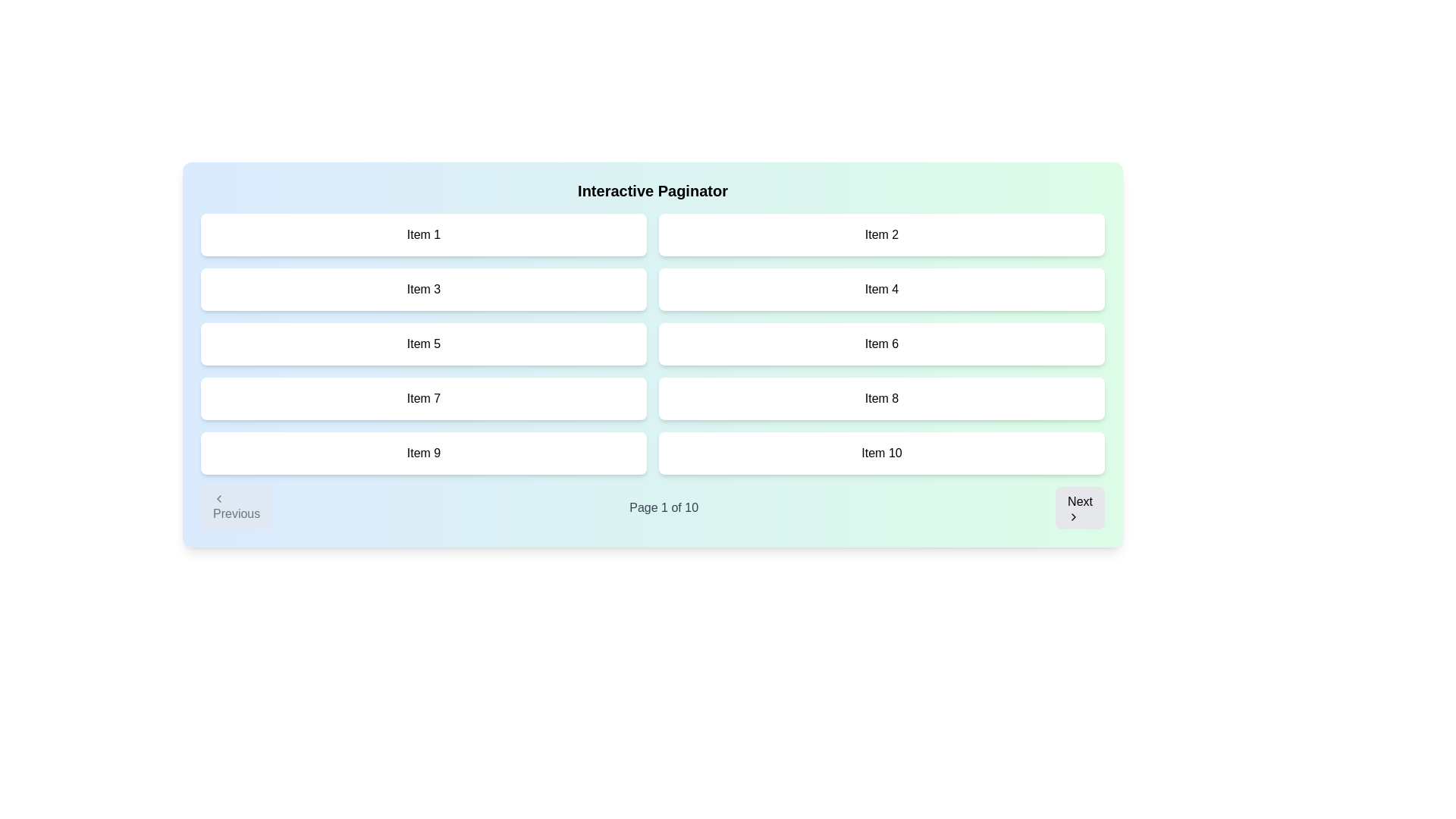  I want to click on the static text label in the fourth row, first column of the grid layout, which serves as an identifier for the associated card, so click(423, 397).